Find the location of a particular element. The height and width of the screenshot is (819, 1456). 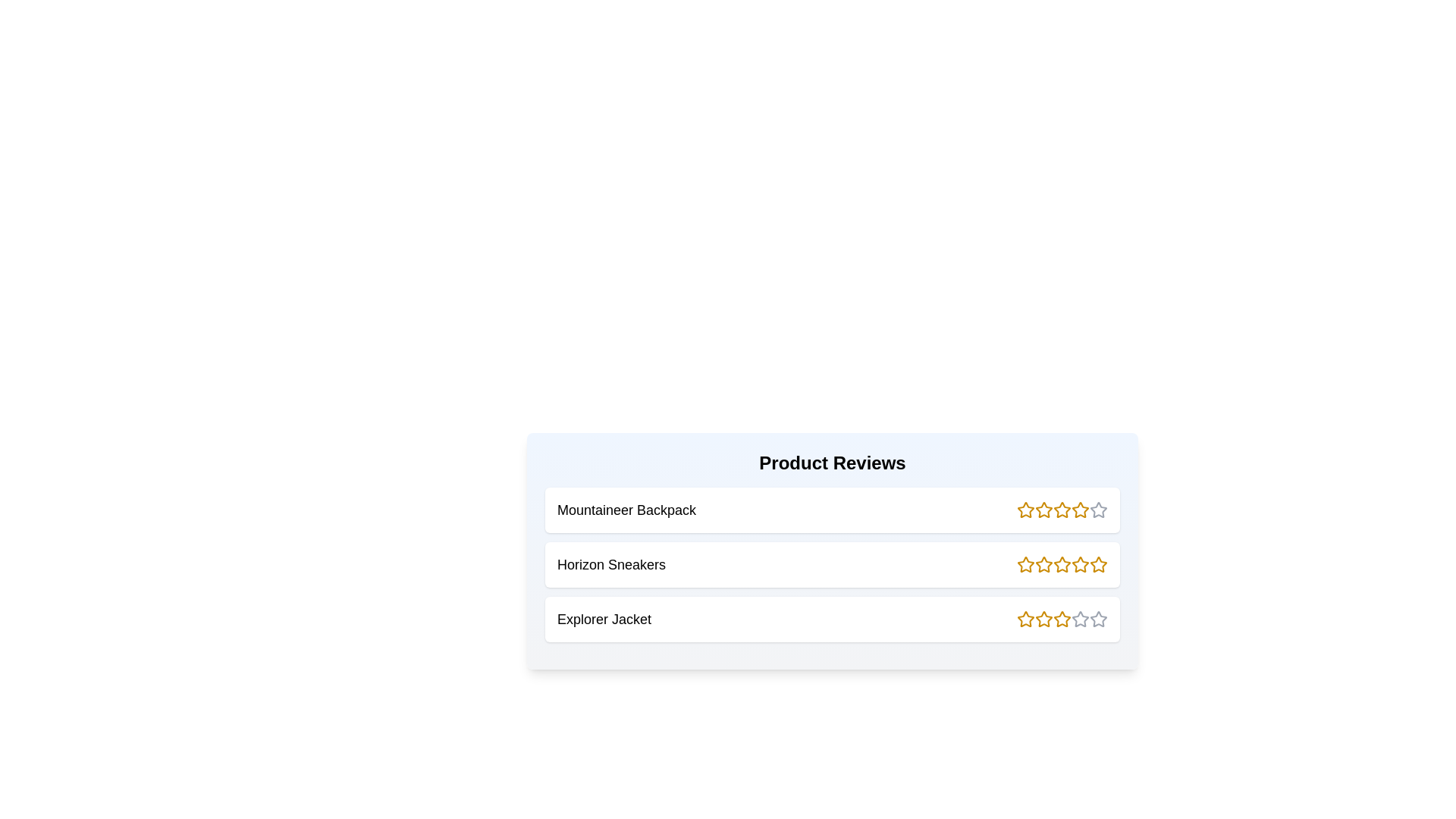

the rating of a product to 2 stars by clicking the corresponding star icon for the product Explorer Jacket is located at coordinates (1043, 620).